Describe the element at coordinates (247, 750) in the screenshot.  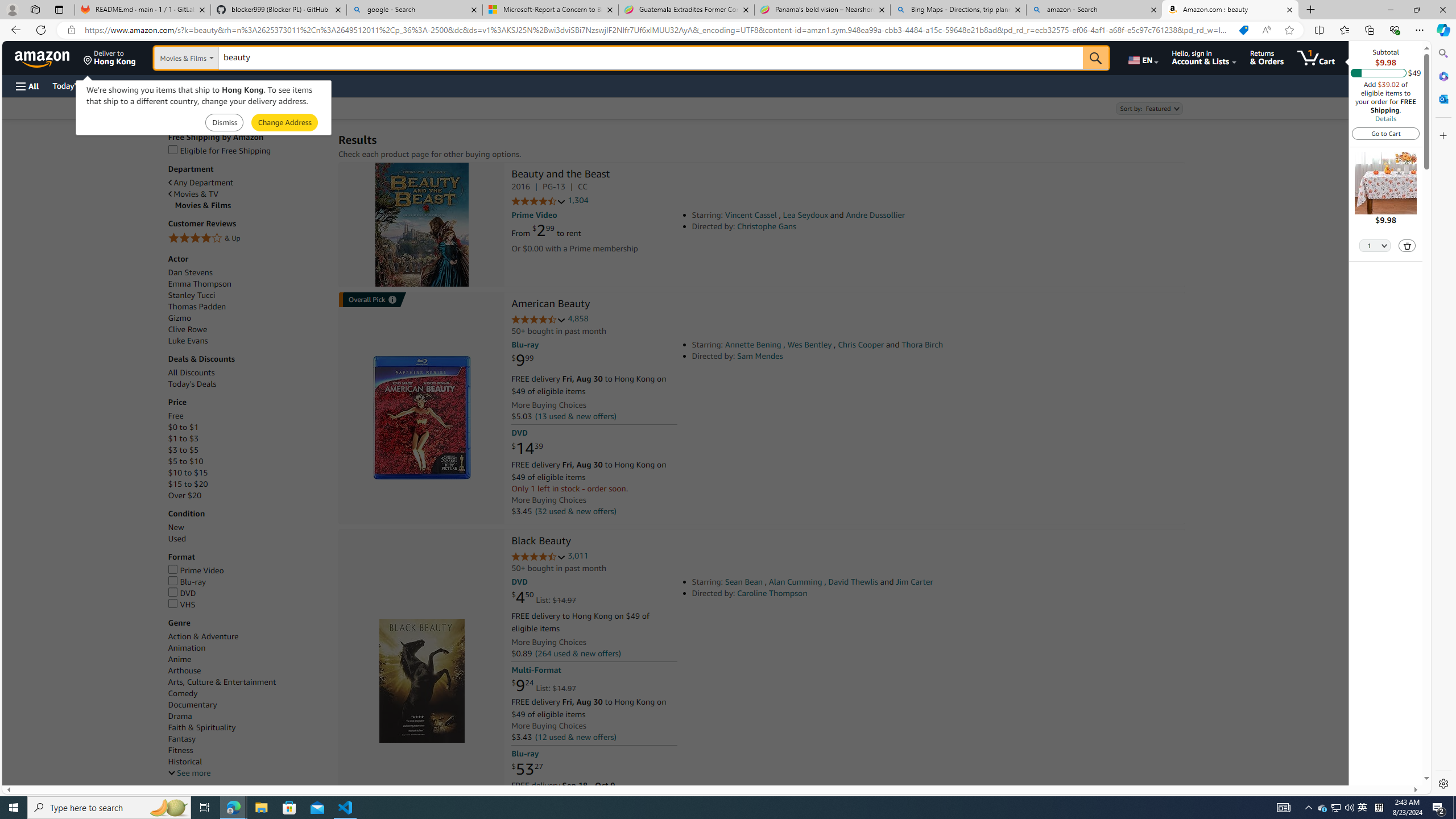
I see `'Fitness'` at that location.